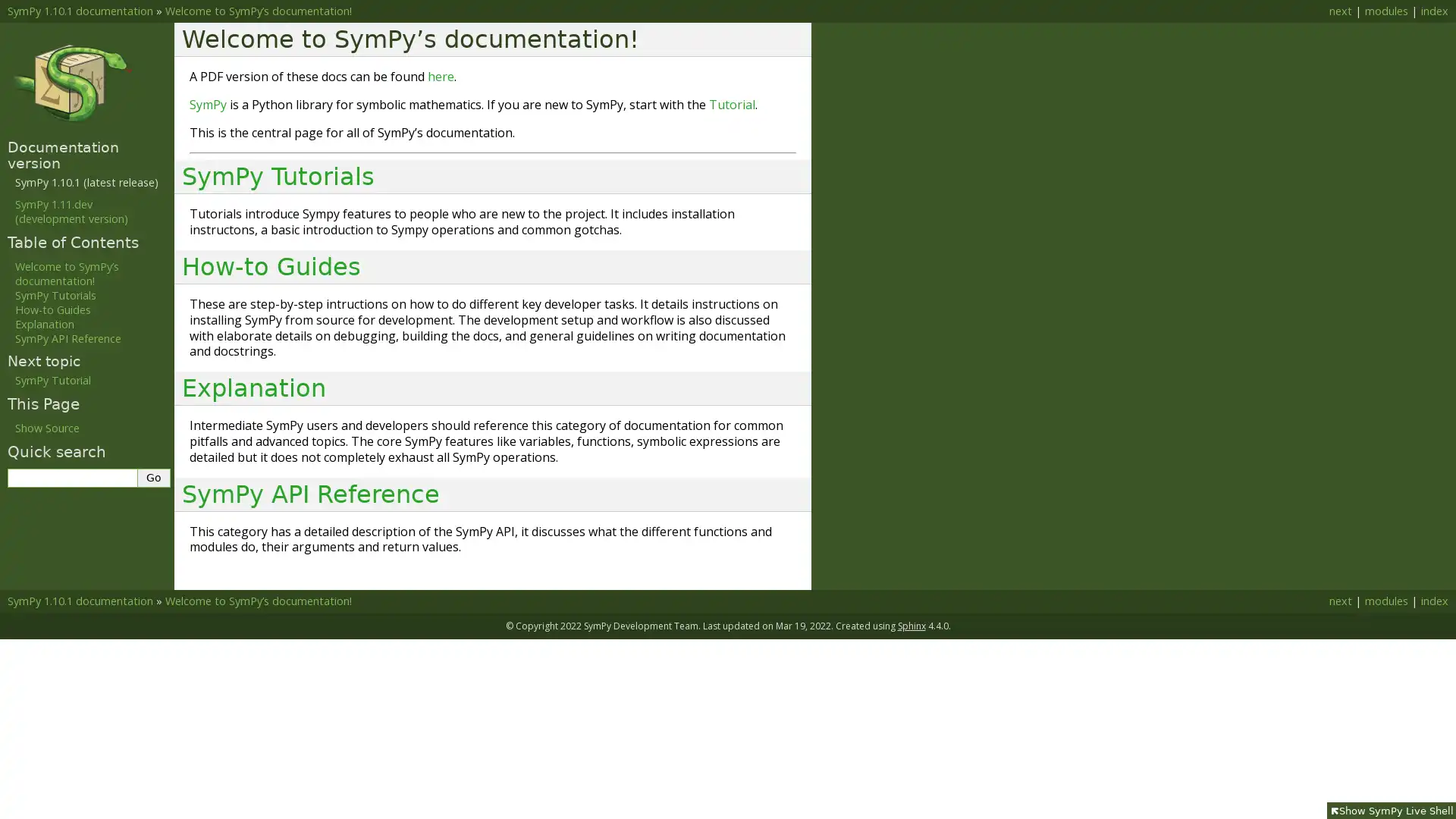 The height and width of the screenshot is (819, 1456). I want to click on Go, so click(154, 476).